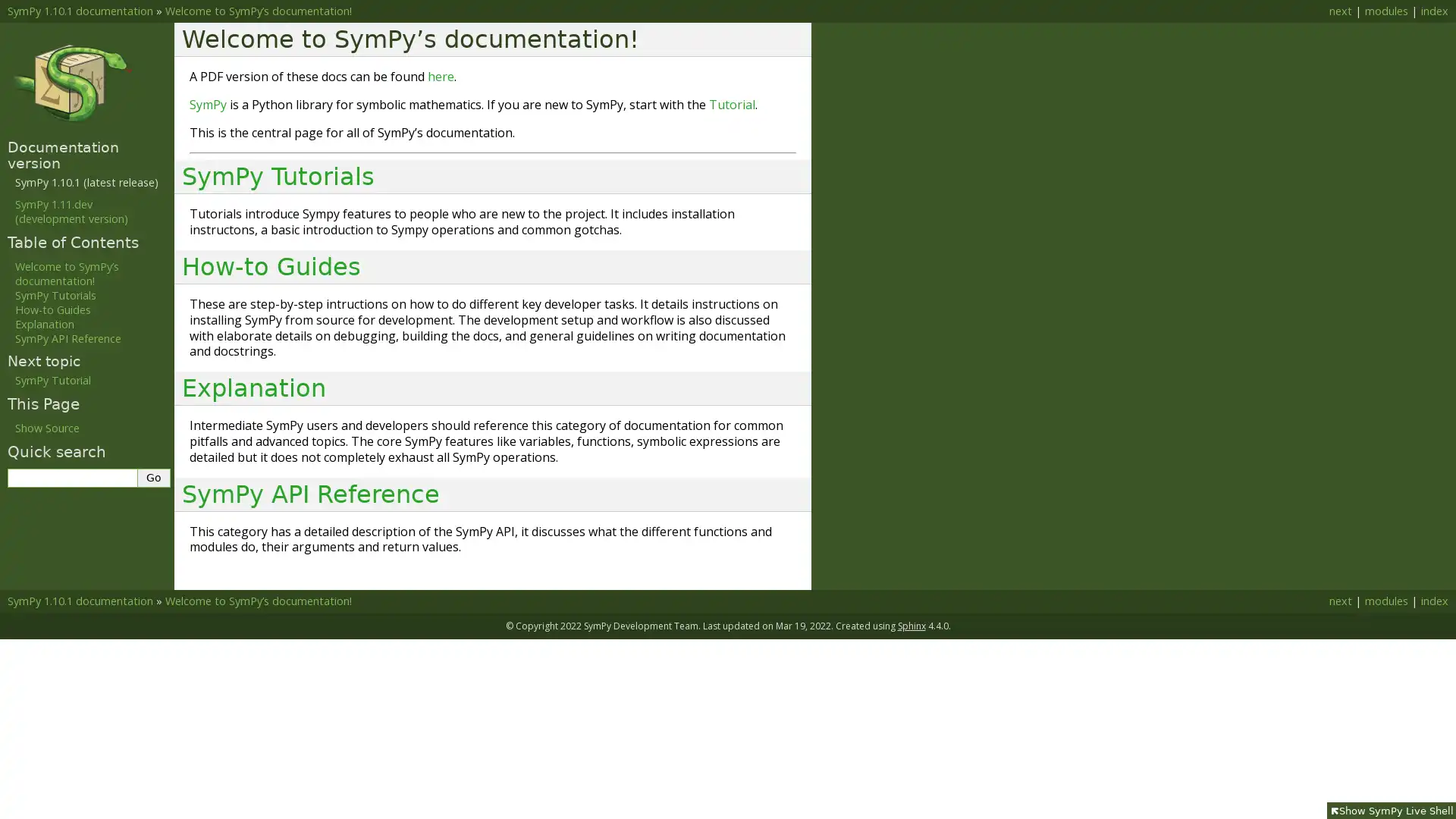 The height and width of the screenshot is (819, 1456). I want to click on Go, so click(154, 476).